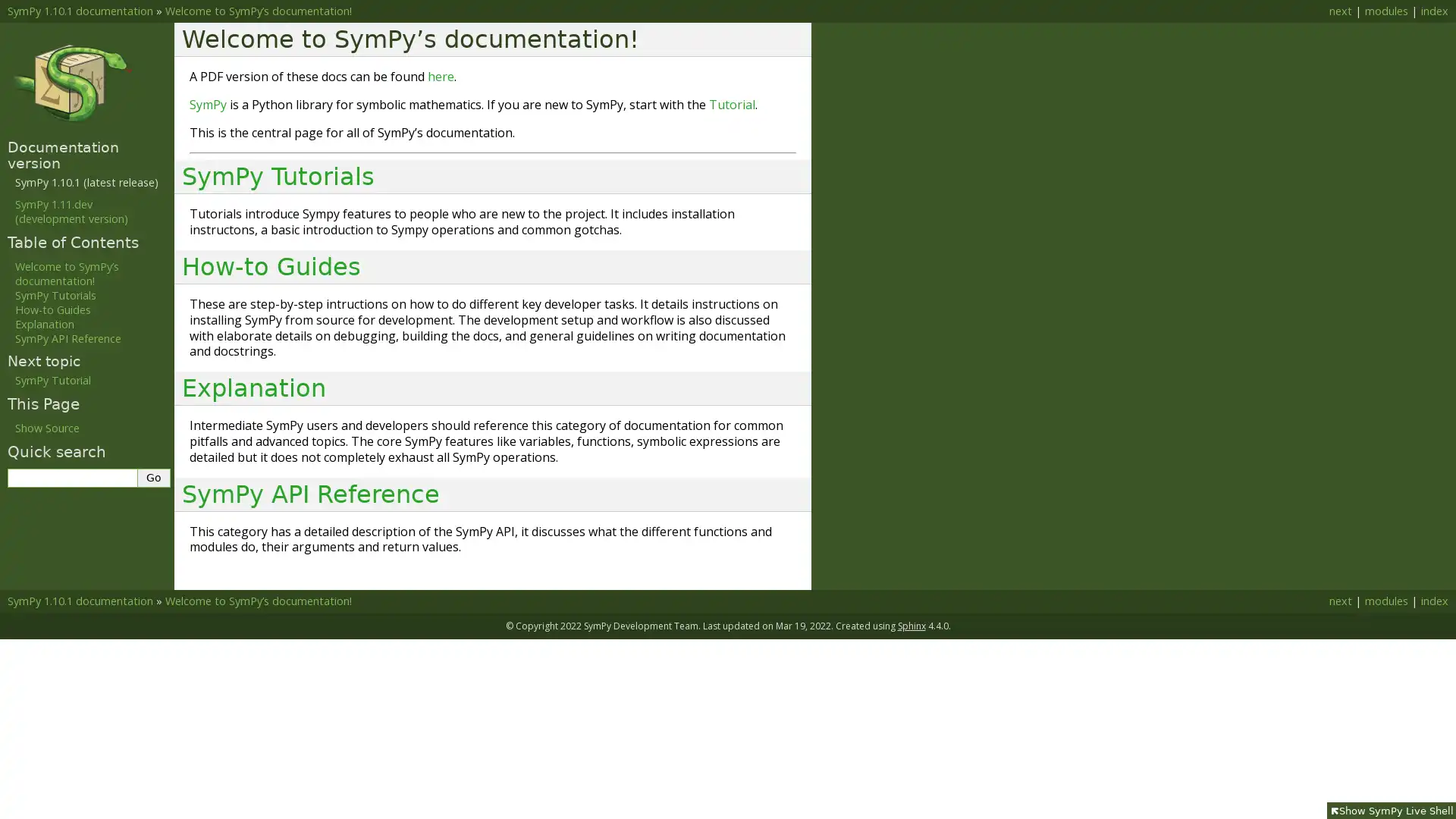 The height and width of the screenshot is (819, 1456). I want to click on Go, so click(154, 476).